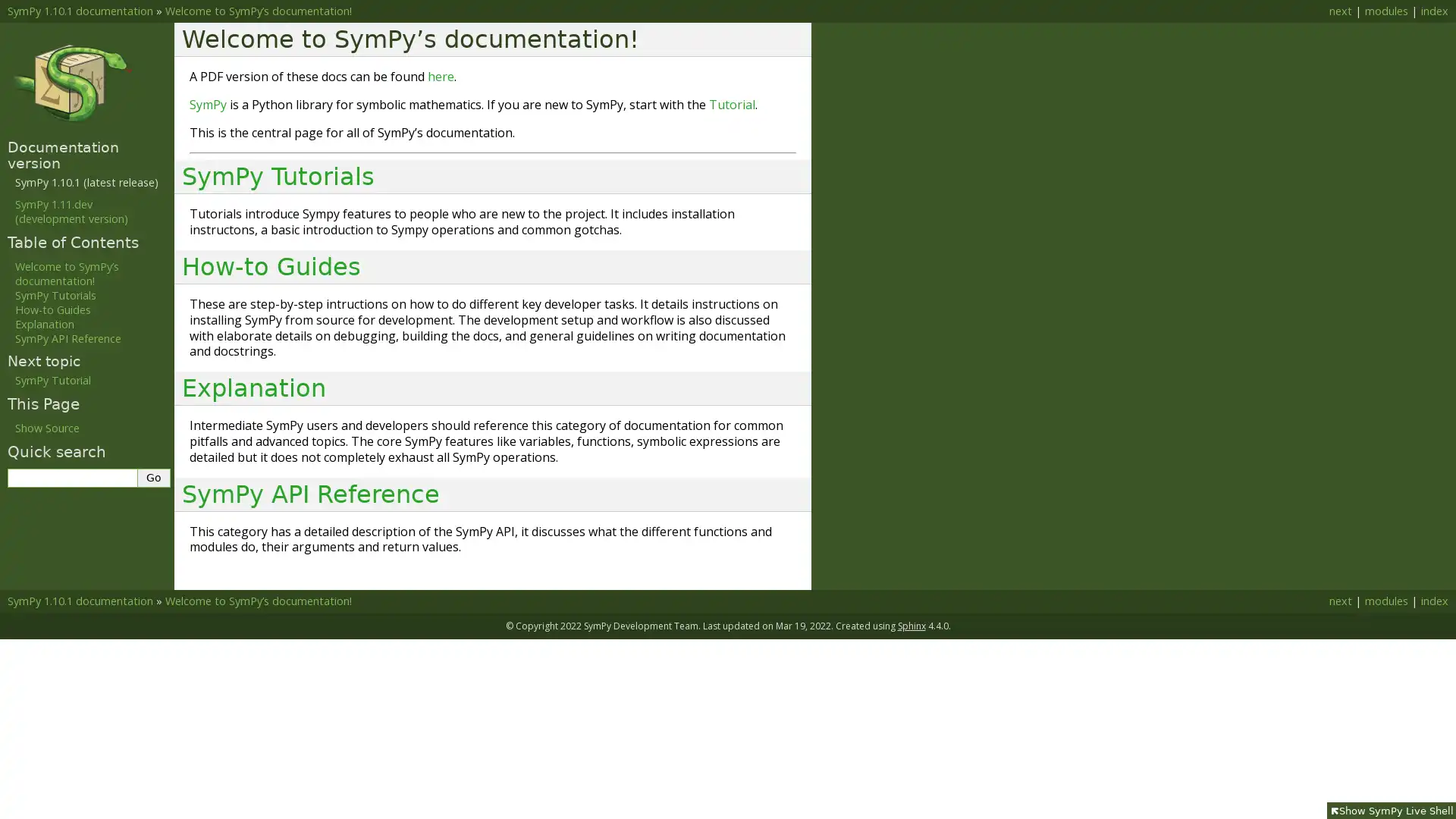 The height and width of the screenshot is (819, 1456). I want to click on Go, so click(154, 476).